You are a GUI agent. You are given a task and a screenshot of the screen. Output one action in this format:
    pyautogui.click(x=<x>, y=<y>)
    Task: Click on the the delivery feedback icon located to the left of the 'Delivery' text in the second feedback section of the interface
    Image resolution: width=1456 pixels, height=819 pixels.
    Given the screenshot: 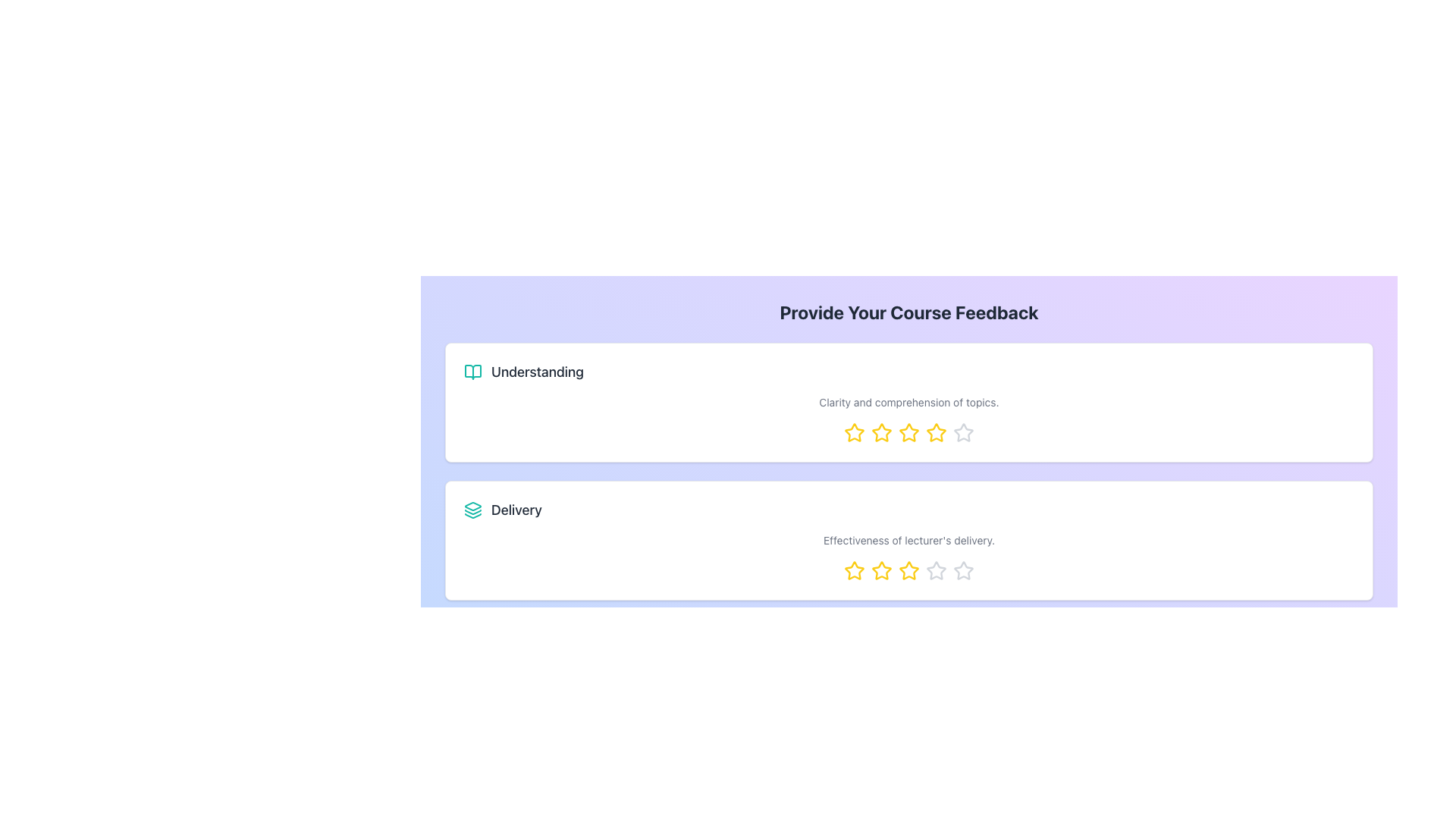 What is the action you would take?
    pyautogui.click(x=472, y=510)
    